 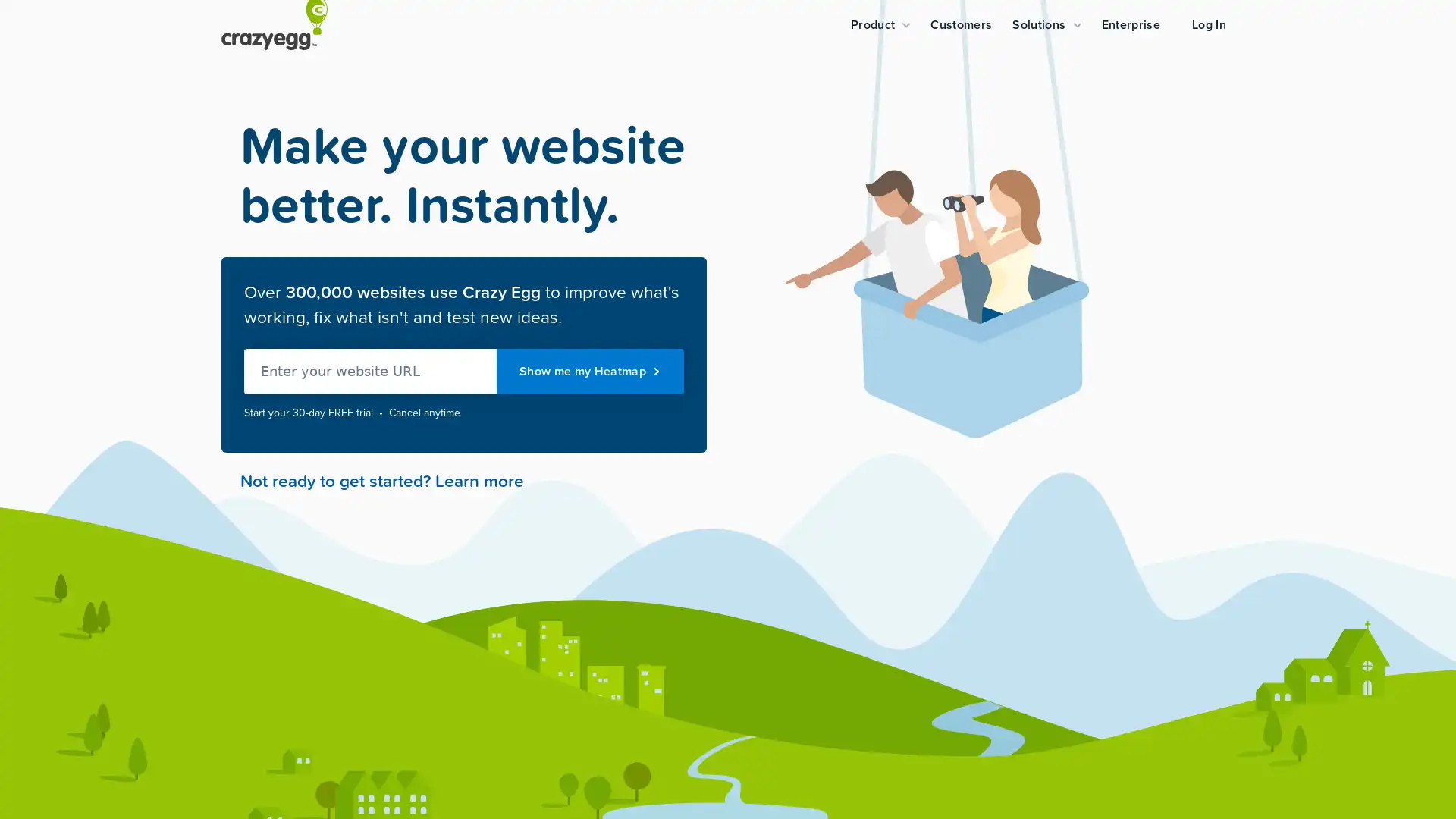 What do you see at coordinates (588, 371) in the screenshot?
I see `Show me my Heatmap` at bounding box center [588, 371].